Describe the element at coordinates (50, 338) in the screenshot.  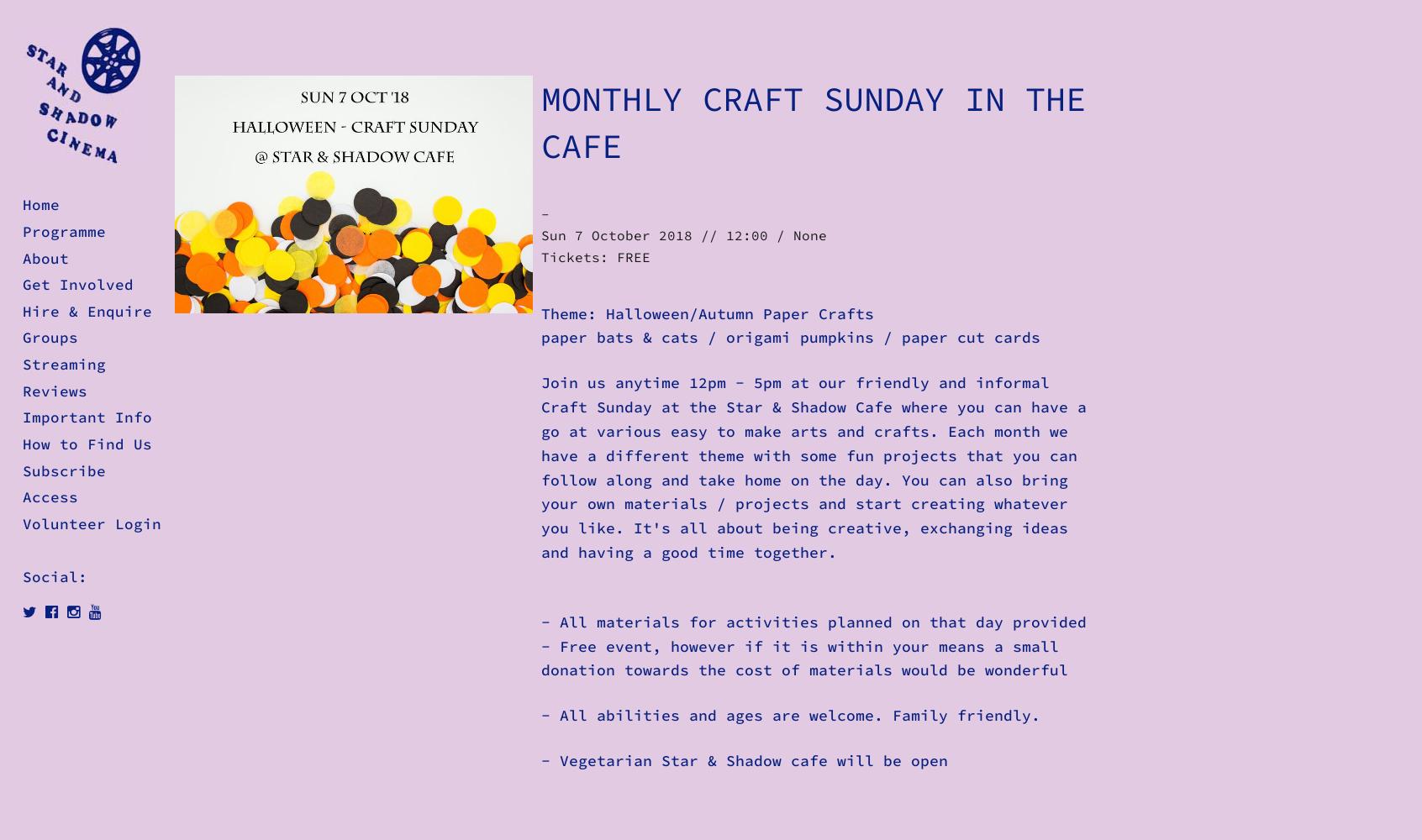
I see `'Groups'` at that location.